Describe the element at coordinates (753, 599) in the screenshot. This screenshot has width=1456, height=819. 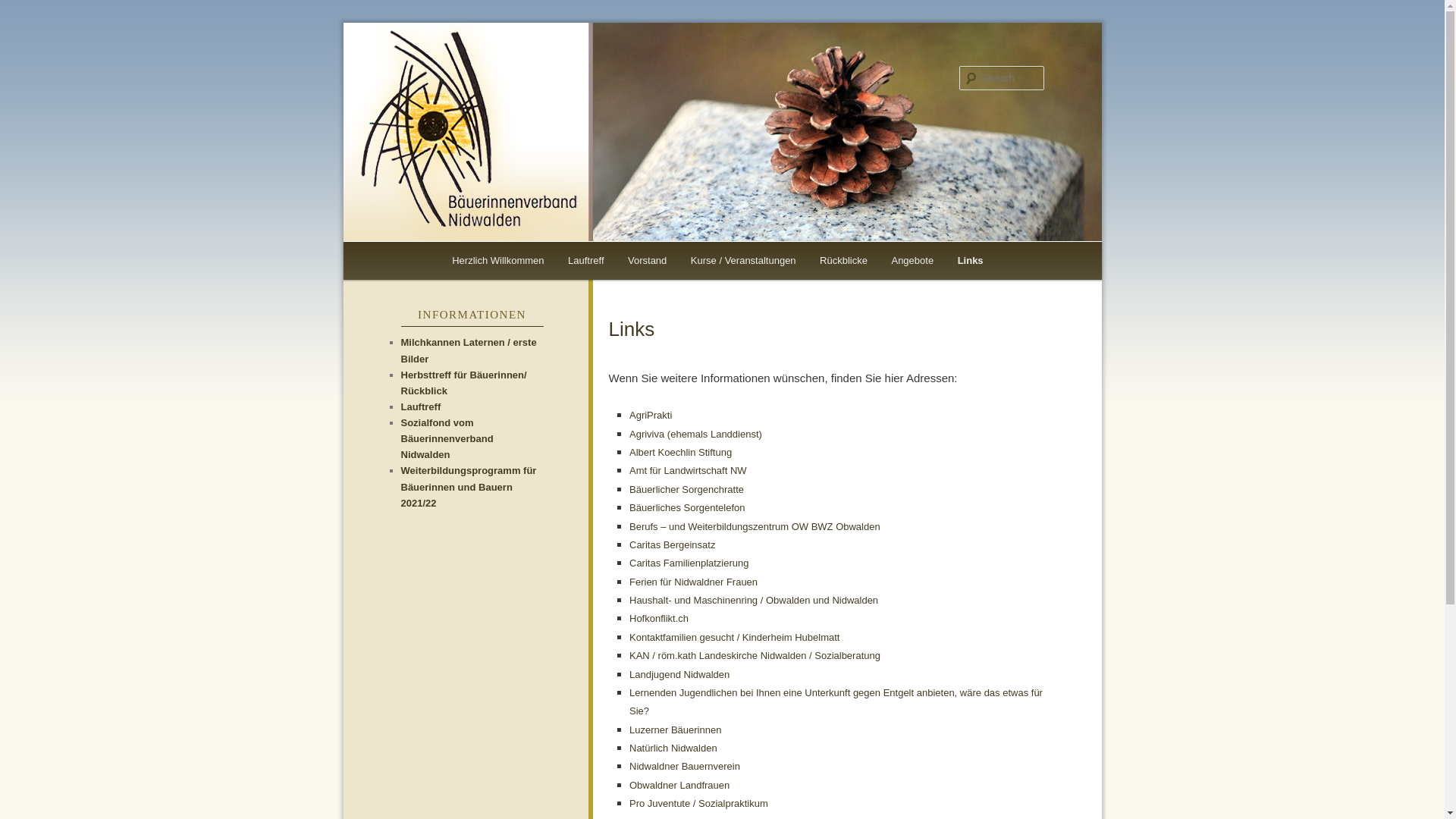
I see `'Haushalt- und Maschinenring / Obwalden und Nidwalden'` at that location.